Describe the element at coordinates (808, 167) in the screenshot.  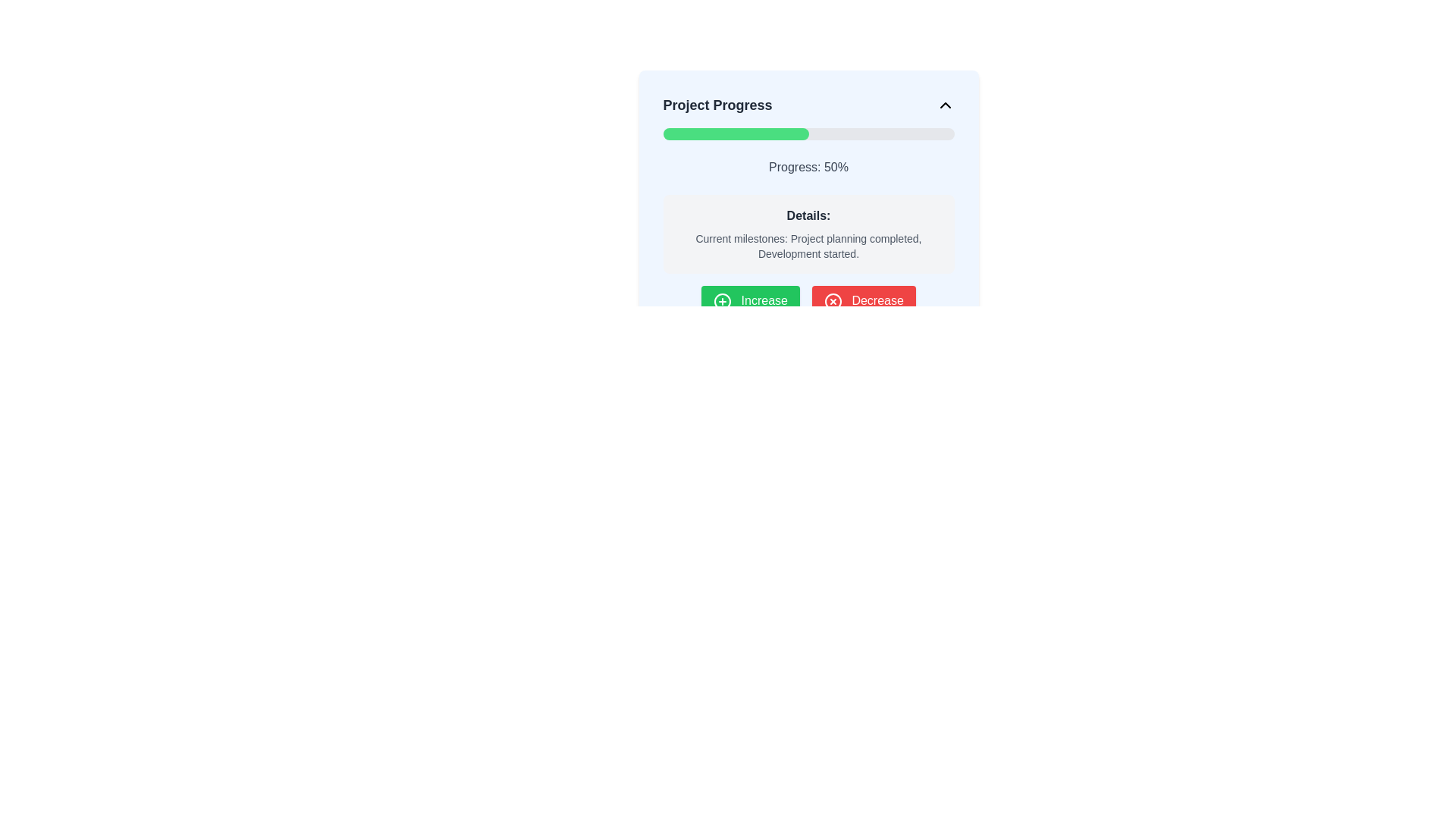
I see `the text label that reads 'Progress: 50%' which is styled in gray and centered within the 'Project Progress' card, located below the green progress bar` at that location.